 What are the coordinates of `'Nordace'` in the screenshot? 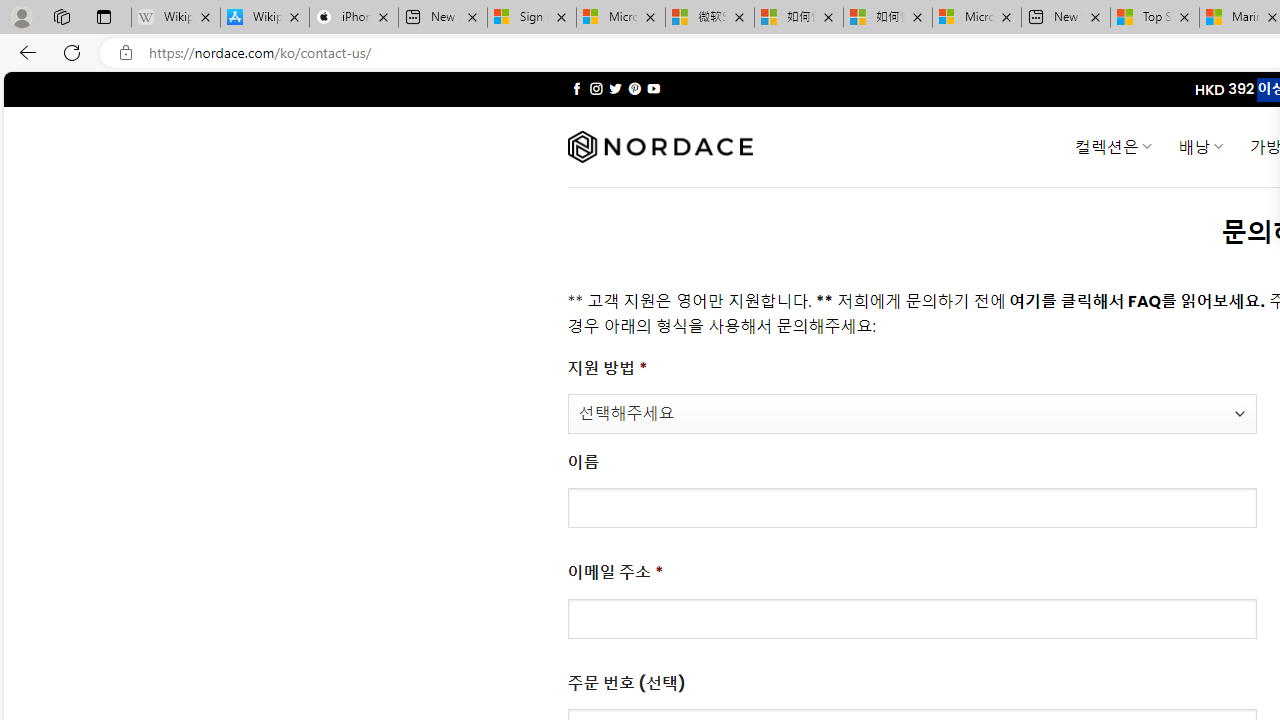 It's located at (659, 146).